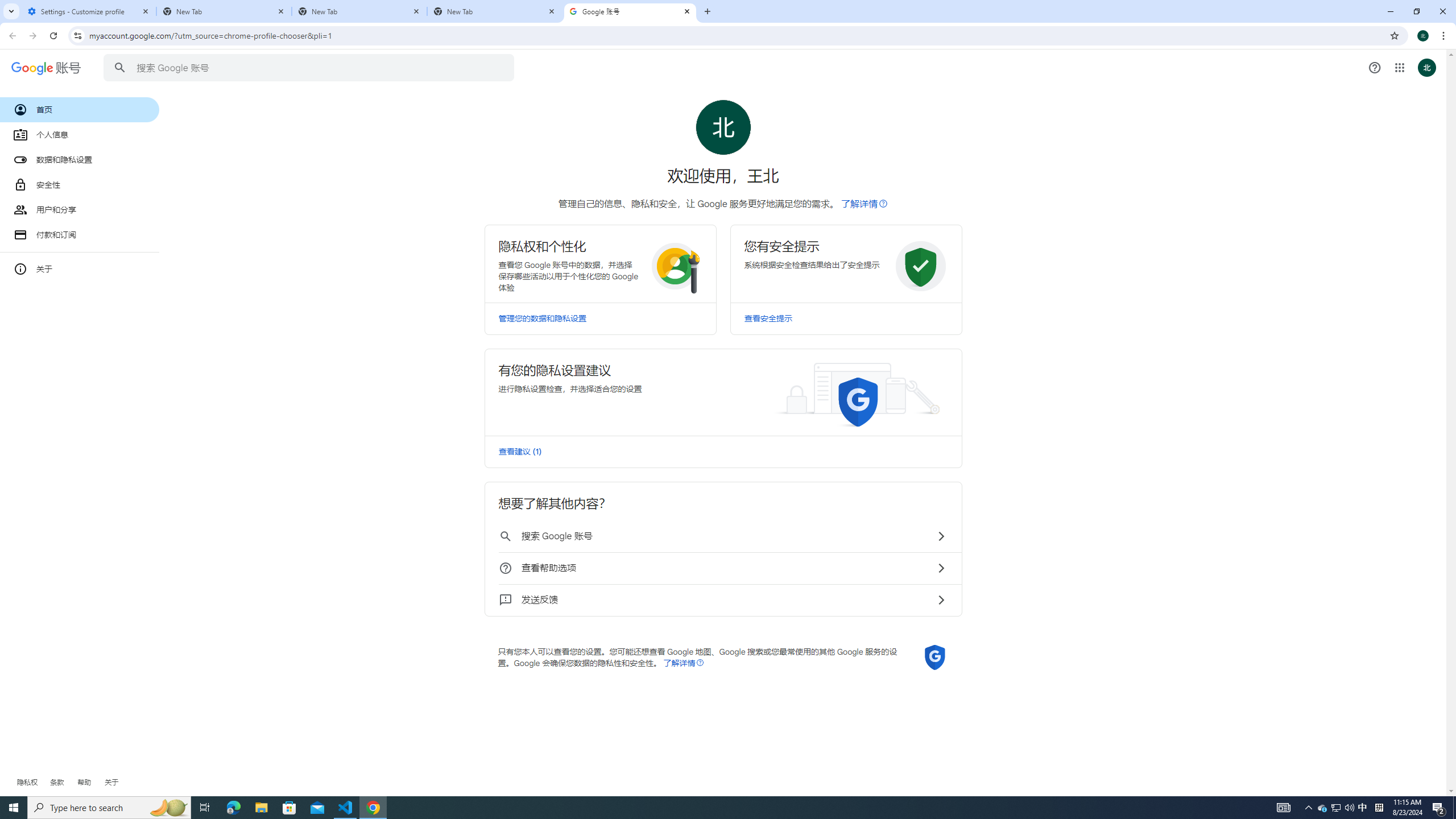  I want to click on 'View site information', so click(77, 35).